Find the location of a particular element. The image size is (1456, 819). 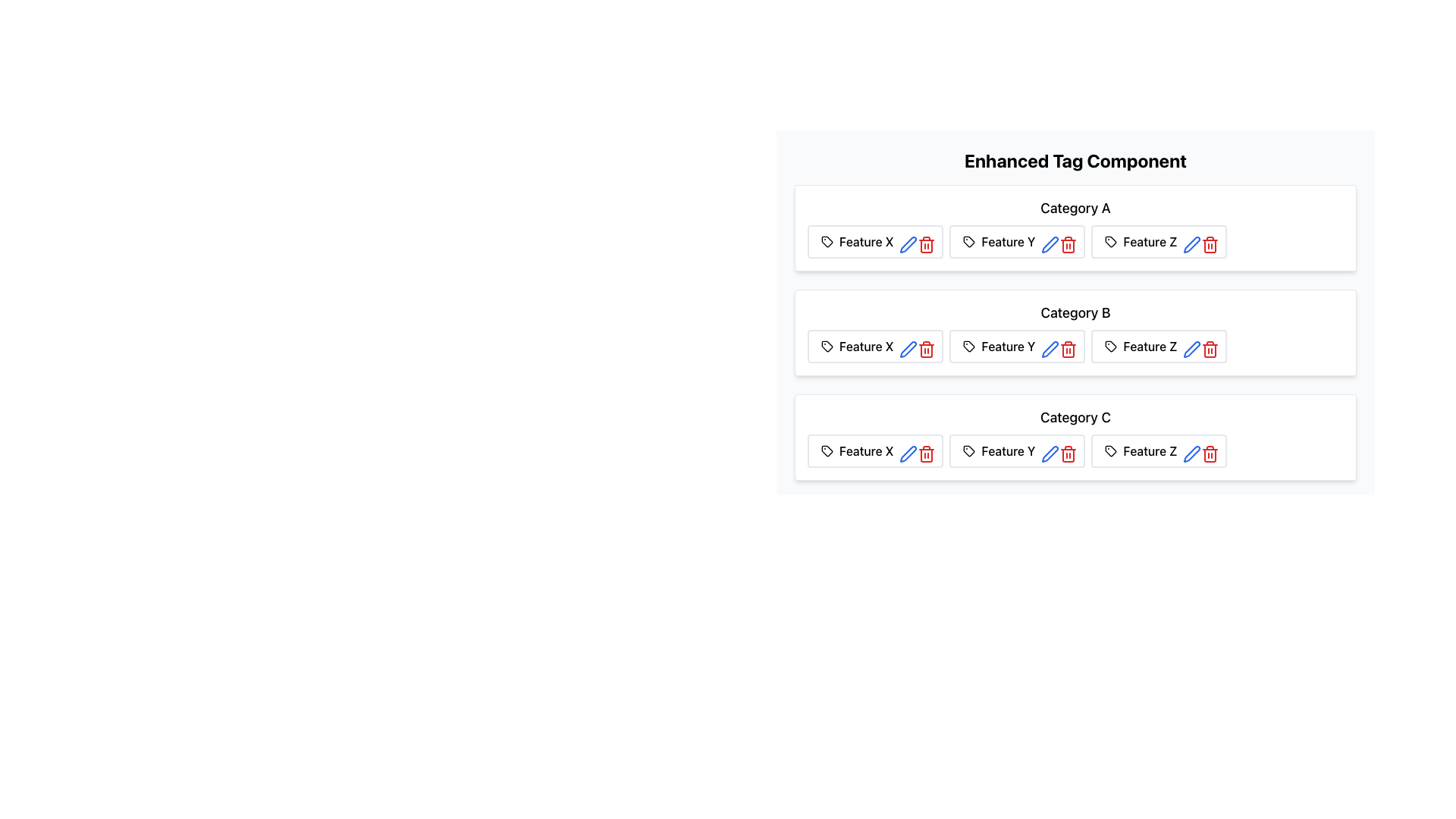

the static text label 'Feature Y' which is part of a row of tags in 'Category B', located to the right of 'Feature X' and to the left of edit and delete icons is located at coordinates (1008, 346).